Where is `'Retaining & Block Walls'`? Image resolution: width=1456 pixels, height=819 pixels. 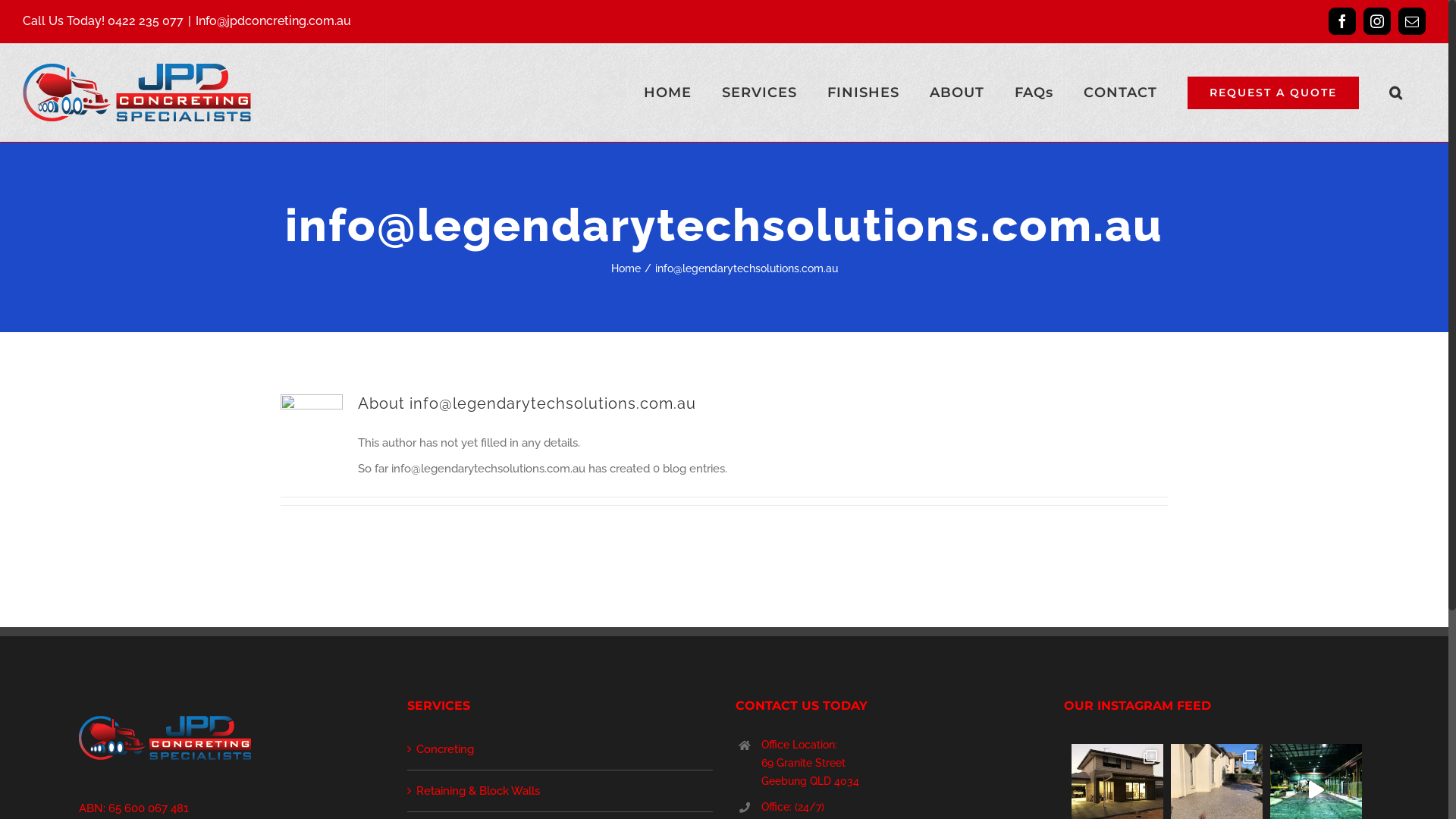 'Retaining & Block Walls' is located at coordinates (560, 789).